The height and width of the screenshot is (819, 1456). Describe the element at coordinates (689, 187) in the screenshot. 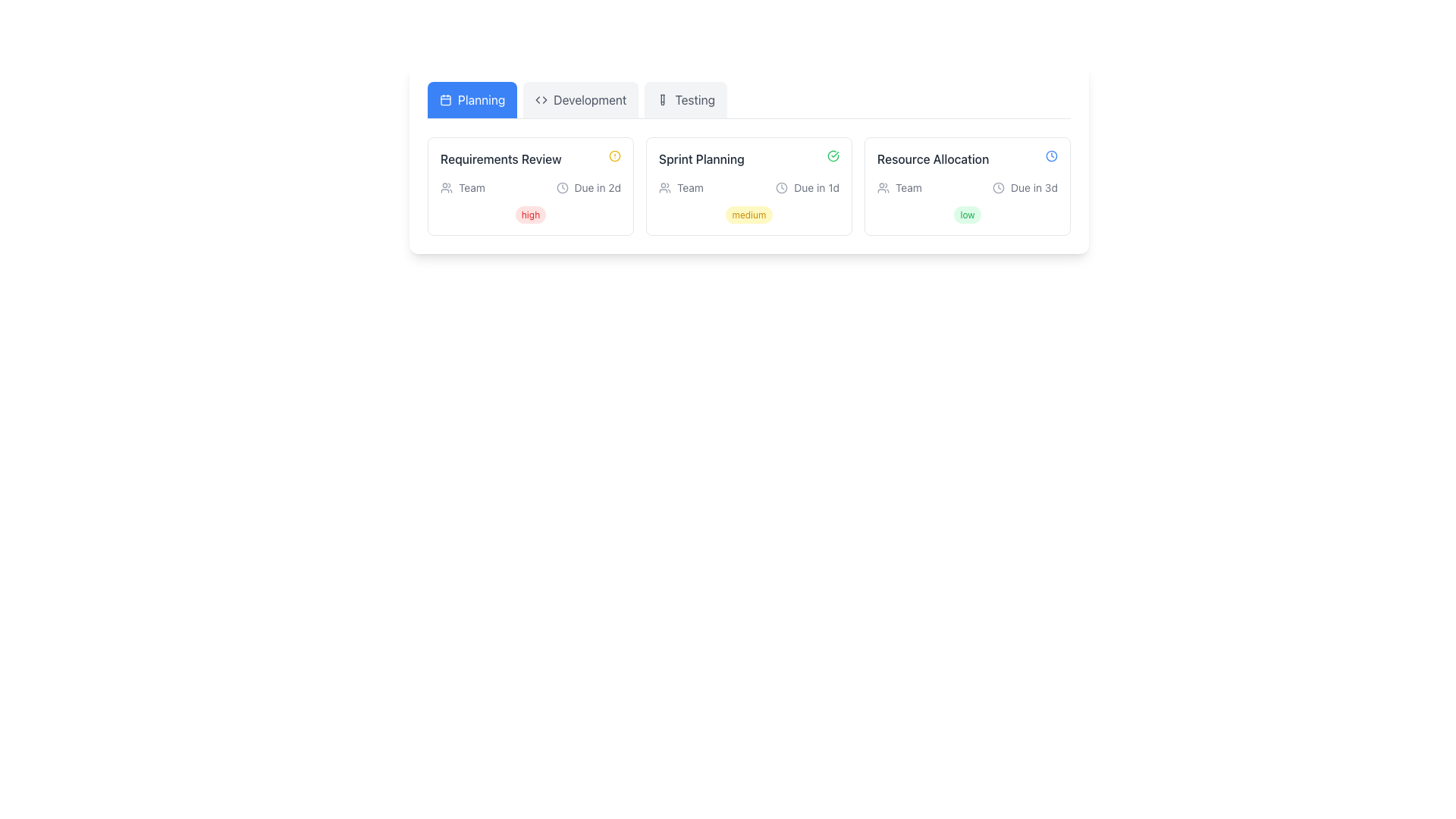

I see `text label indicating the responsible group or entity for the associated task or project located beneath the 'Sprint Planning' task in the Planning section` at that location.